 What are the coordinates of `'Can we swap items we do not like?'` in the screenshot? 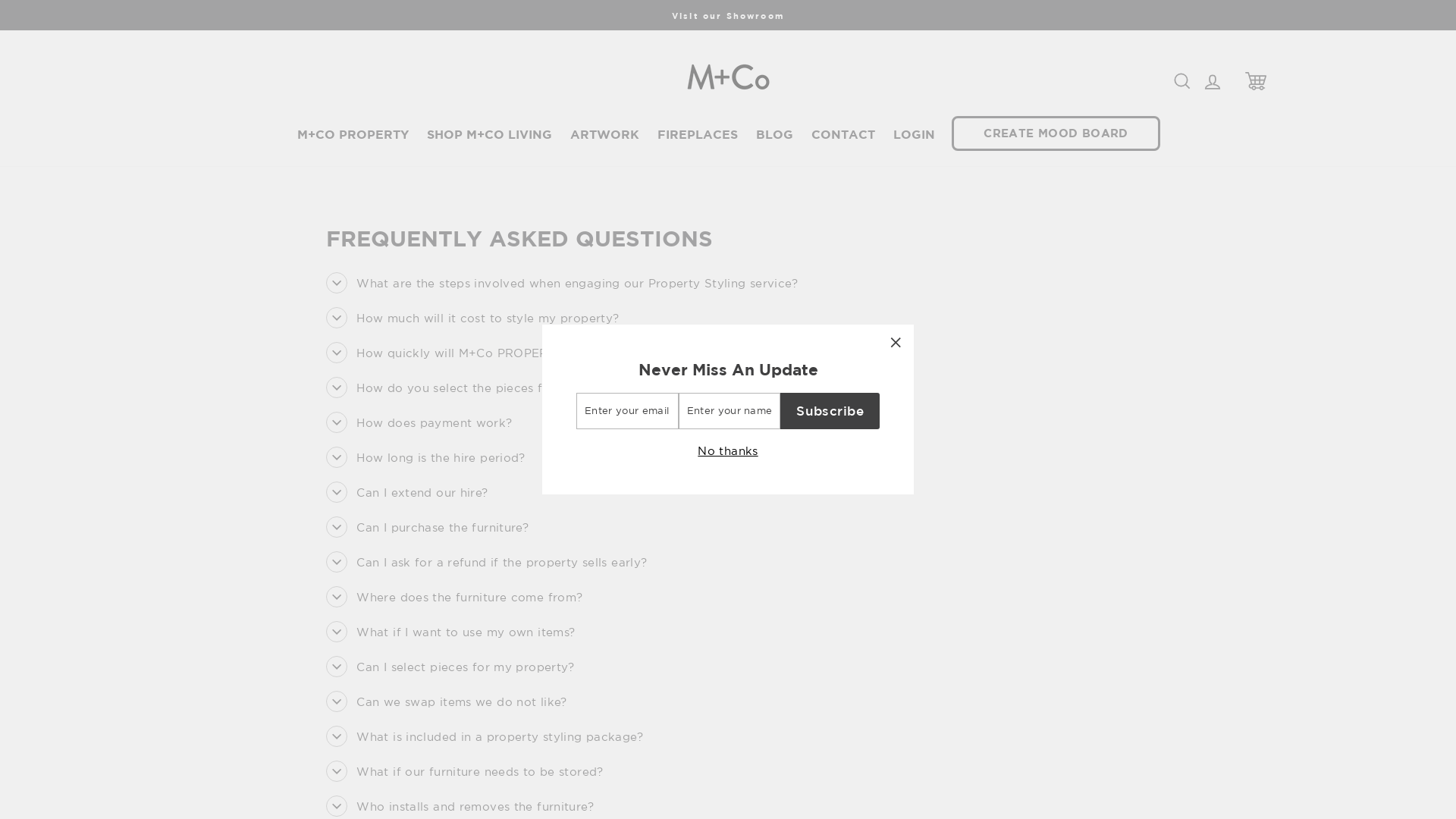 It's located at (445, 701).